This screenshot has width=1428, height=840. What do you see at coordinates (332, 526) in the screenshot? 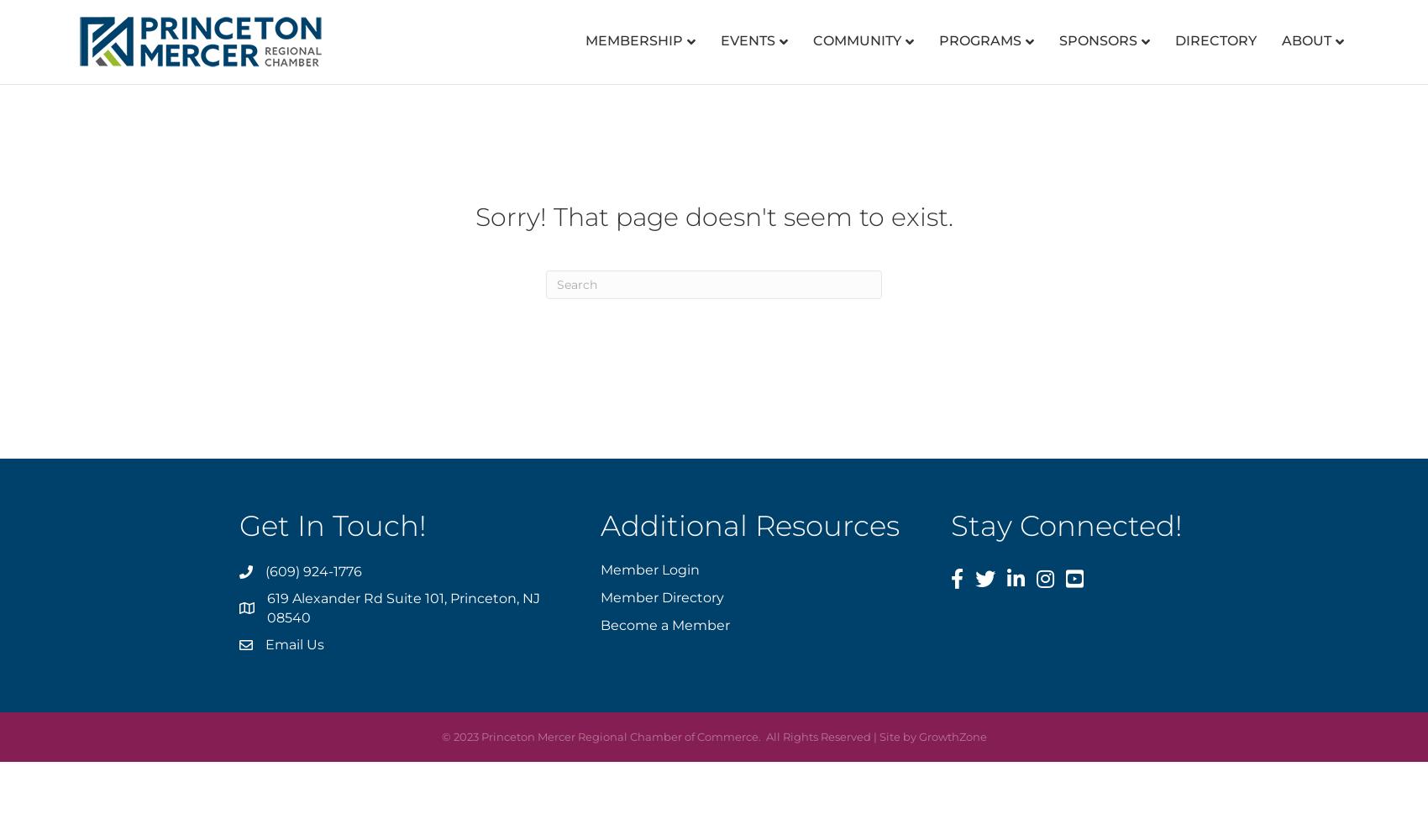
I see `'Get In Touch!'` at bounding box center [332, 526].